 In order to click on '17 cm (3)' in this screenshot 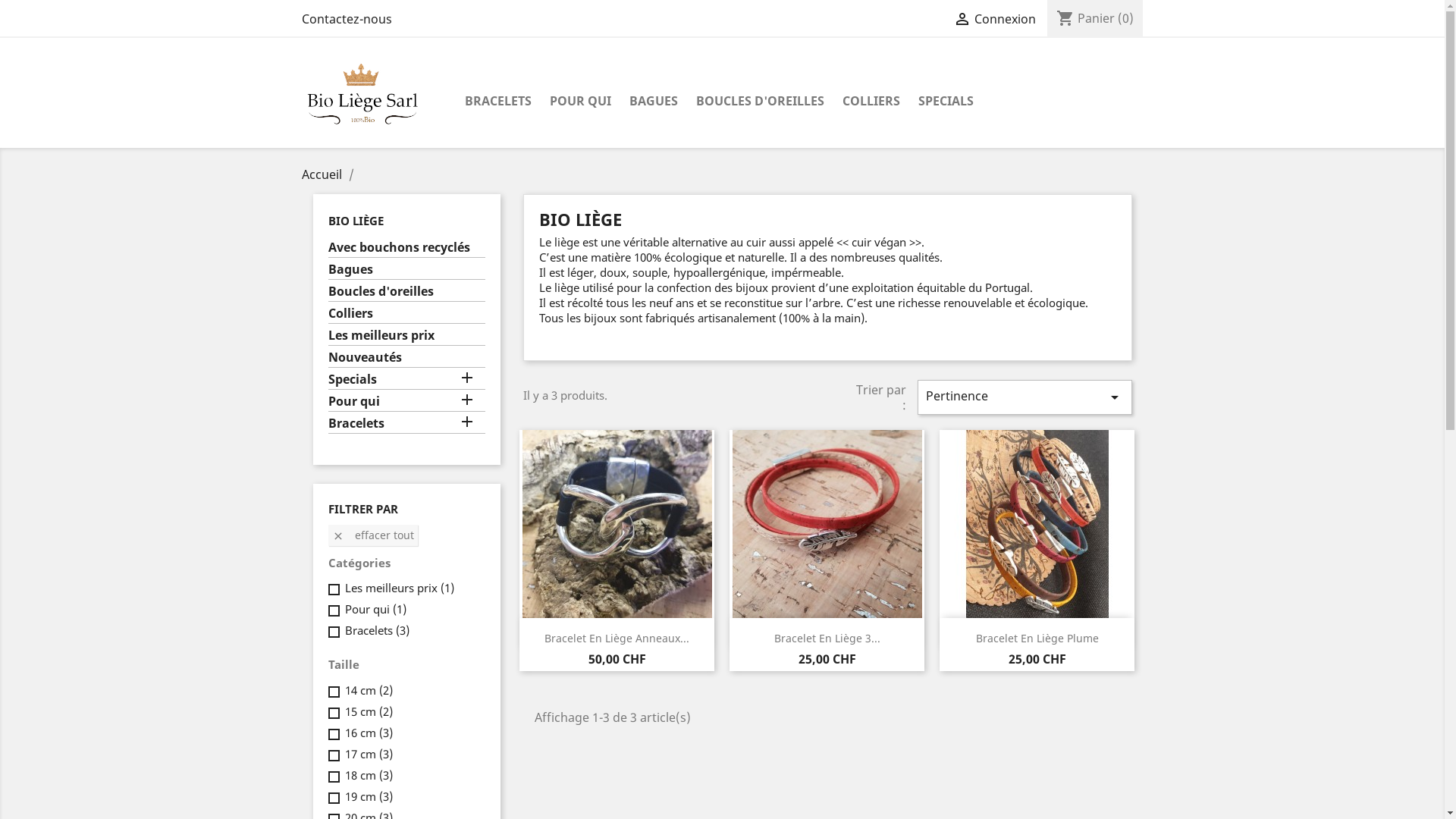, I will do `click(368, 754)`.